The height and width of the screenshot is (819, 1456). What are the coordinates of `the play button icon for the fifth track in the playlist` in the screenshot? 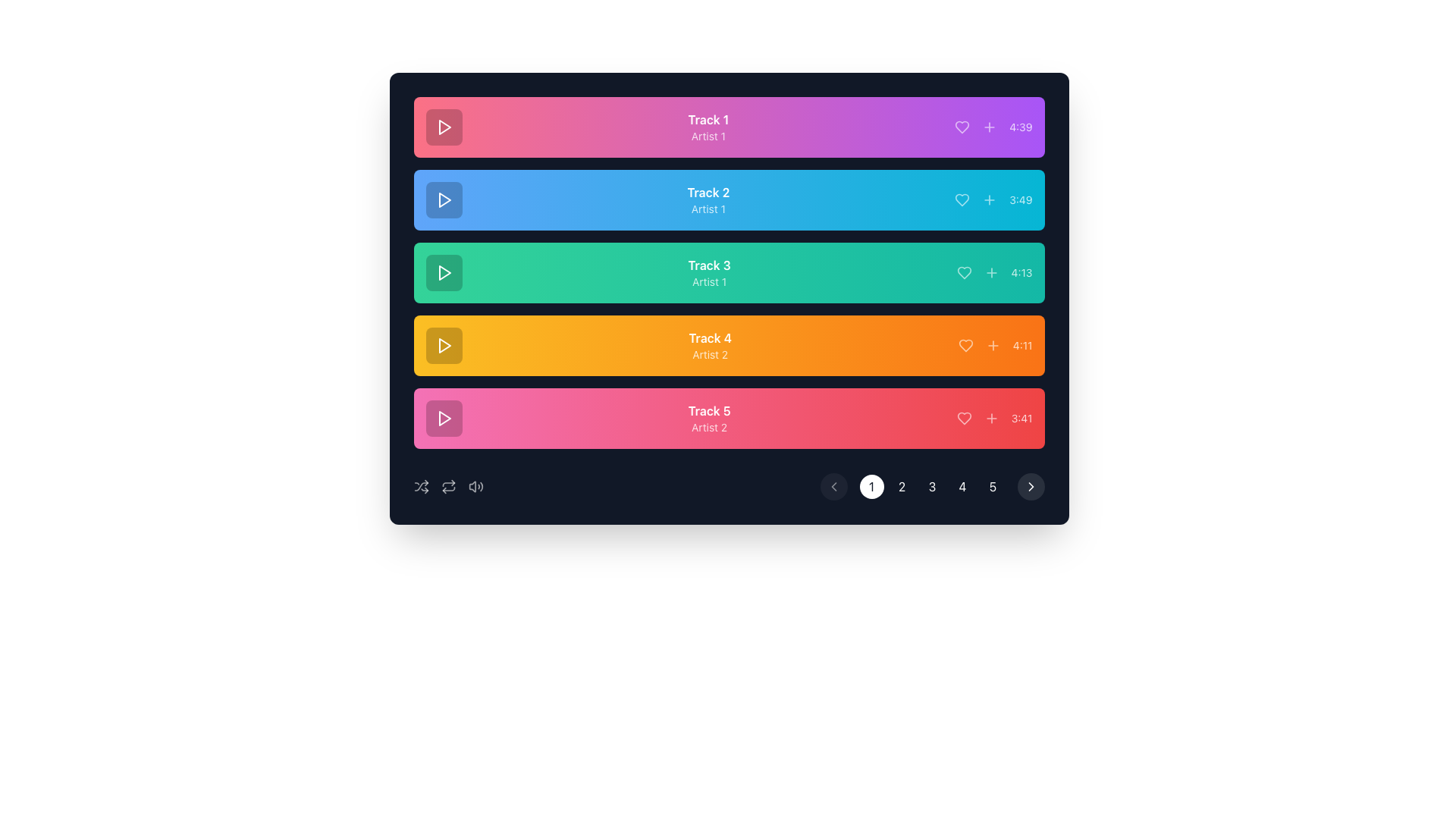 It's located at (444, 418).